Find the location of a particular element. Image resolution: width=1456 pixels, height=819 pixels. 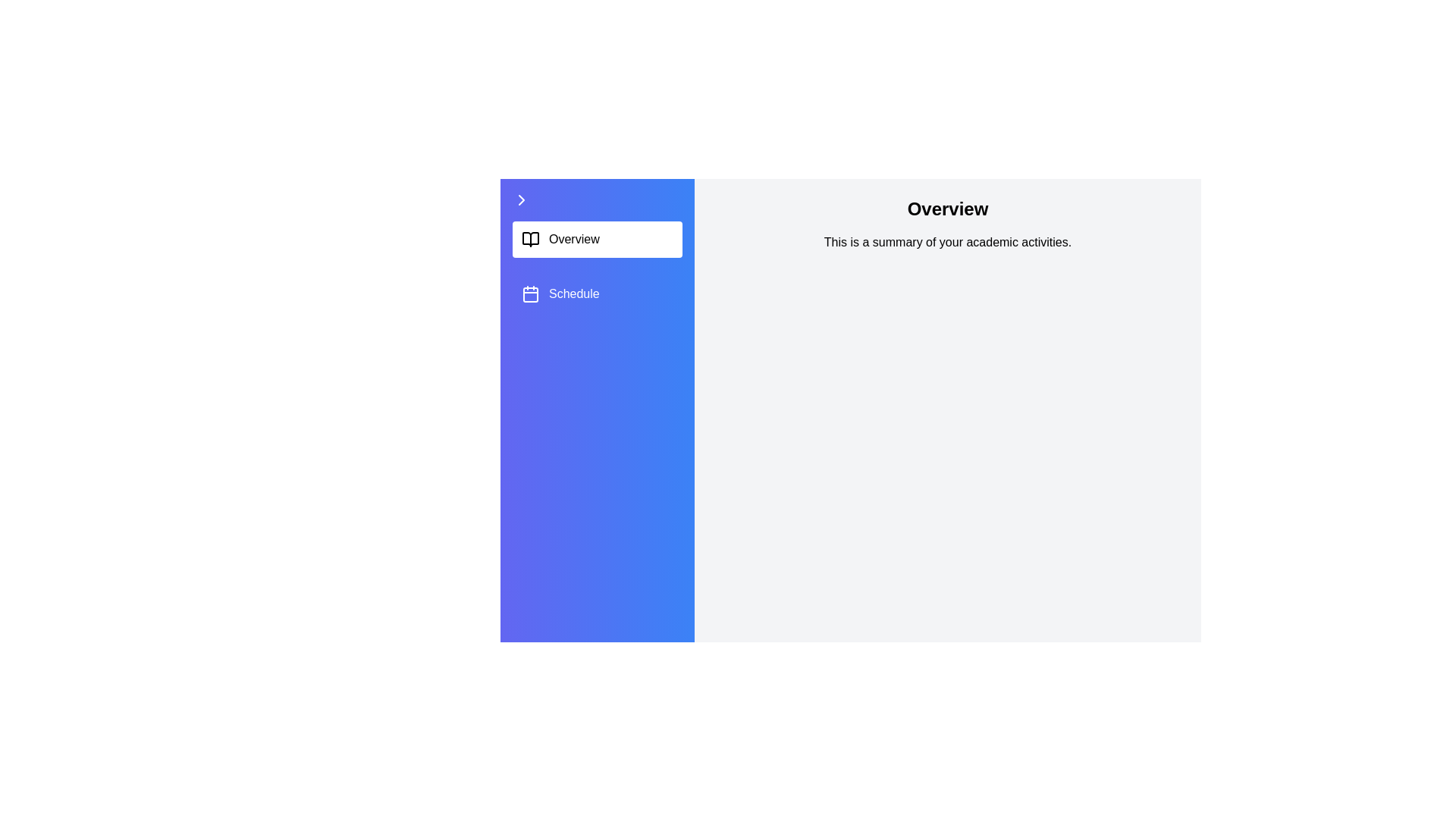

the 'Schedule' tab to display its content is located at coordinates (596, 294).